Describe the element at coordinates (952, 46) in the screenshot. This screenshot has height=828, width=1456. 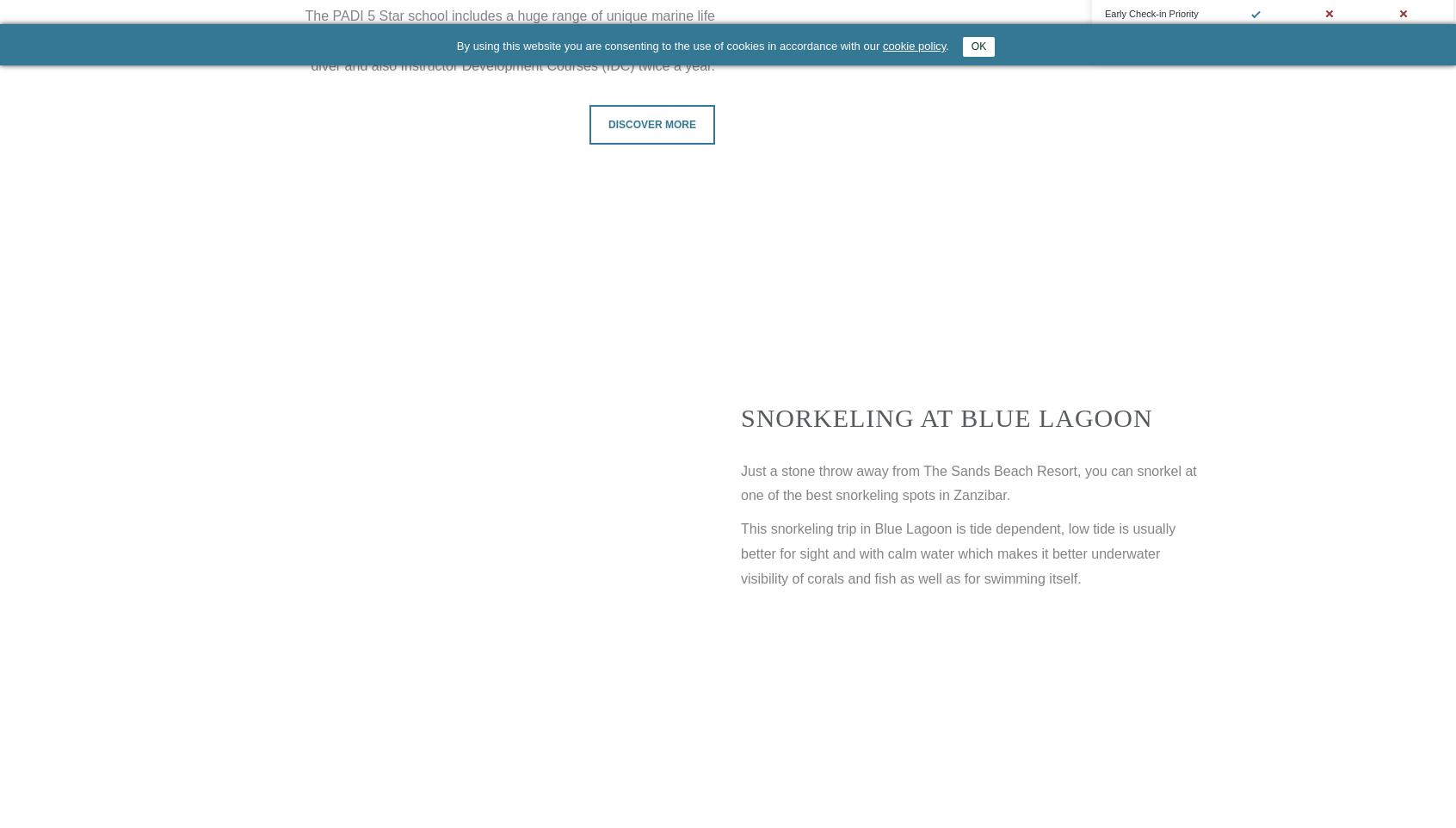
I see `'.'` at that location.